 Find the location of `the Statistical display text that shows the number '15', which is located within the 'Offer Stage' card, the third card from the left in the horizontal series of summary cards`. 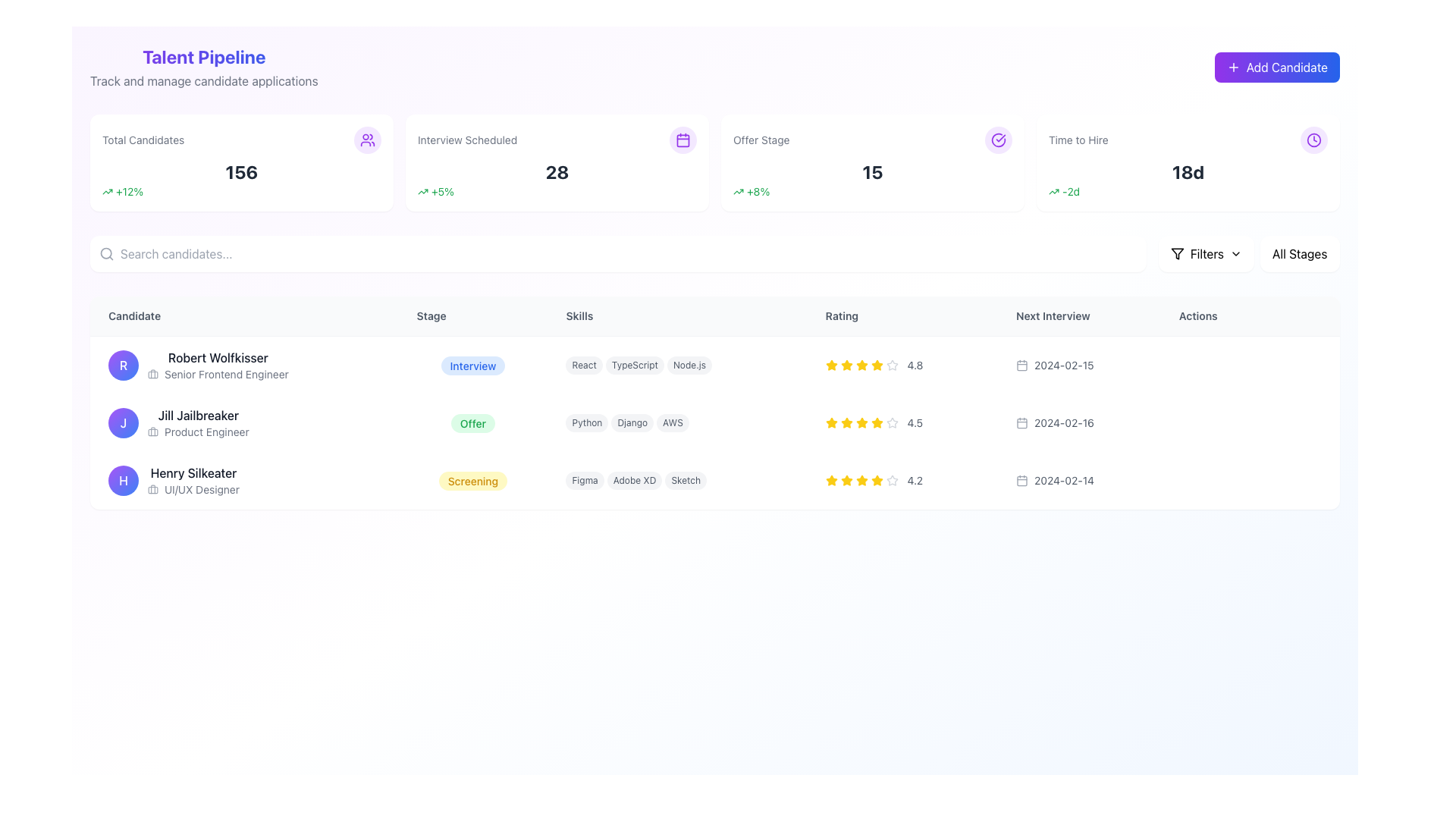

the Statistical display text that shows the number '15', which is located within the 'Offer Stage' card, the third card from the left in the horizontal series of summary cards is located at coordinates (873, 171).